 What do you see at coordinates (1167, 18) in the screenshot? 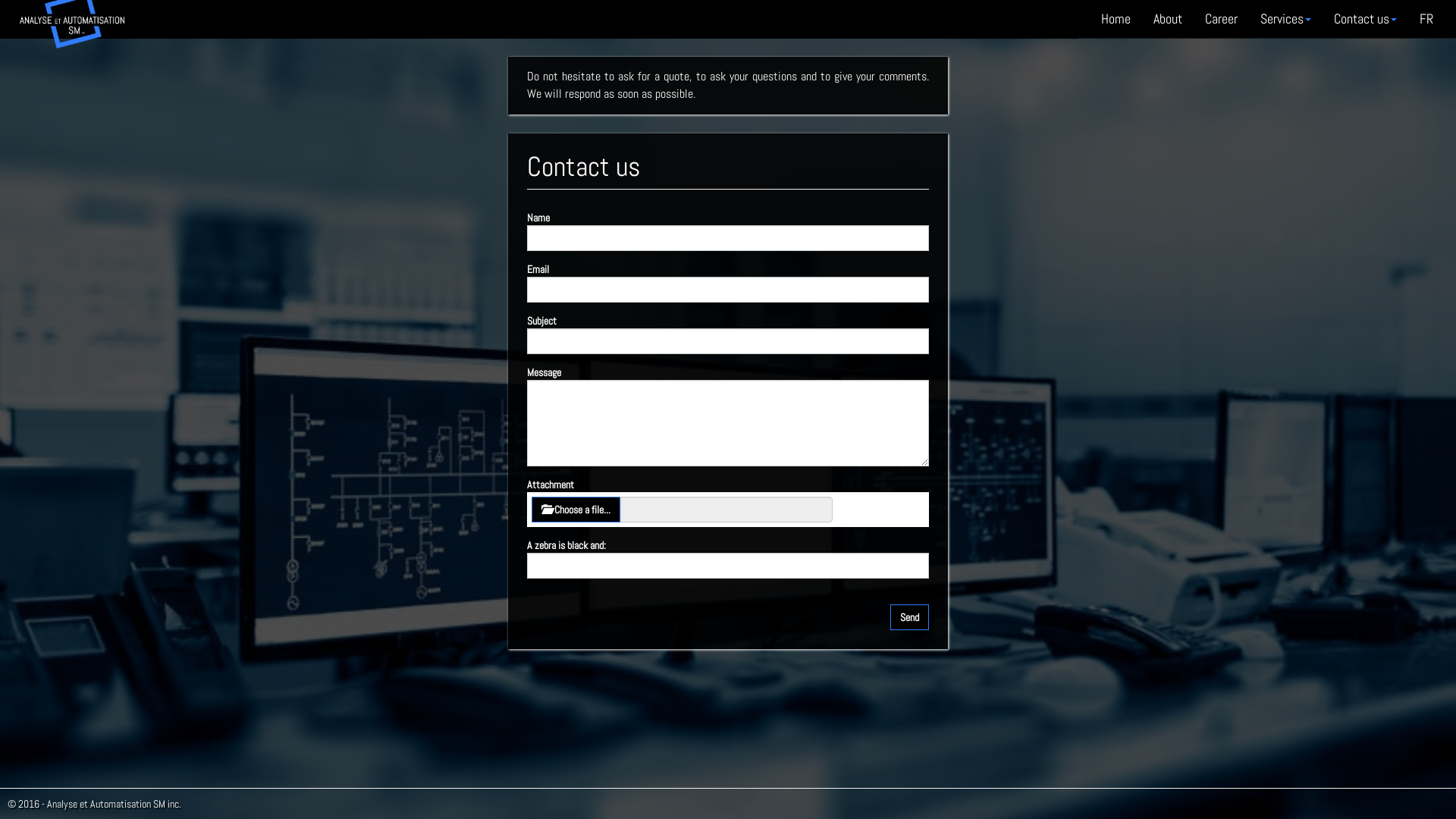
I see `'About'` at bounding box center [1167, 18].